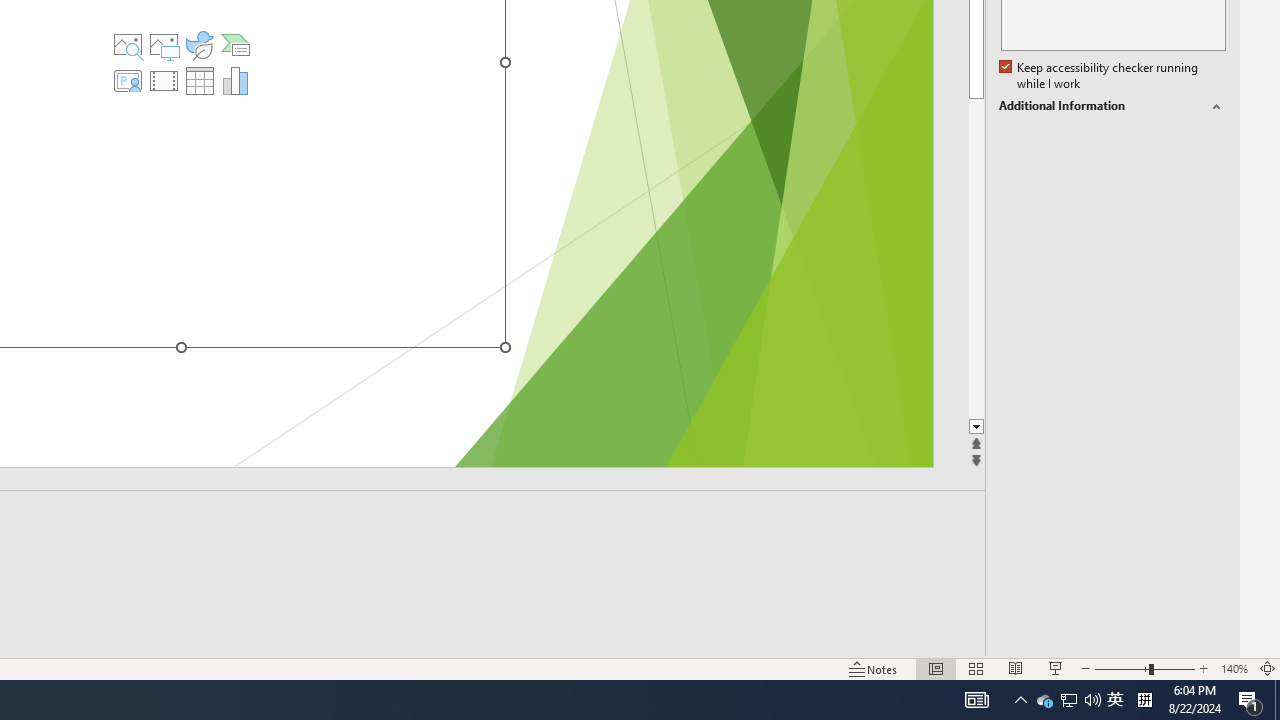 The image size is (1280, 720). Describe the element at coordinates (164, 80) in the screenshot. I see `'Insert Video'` at that location.